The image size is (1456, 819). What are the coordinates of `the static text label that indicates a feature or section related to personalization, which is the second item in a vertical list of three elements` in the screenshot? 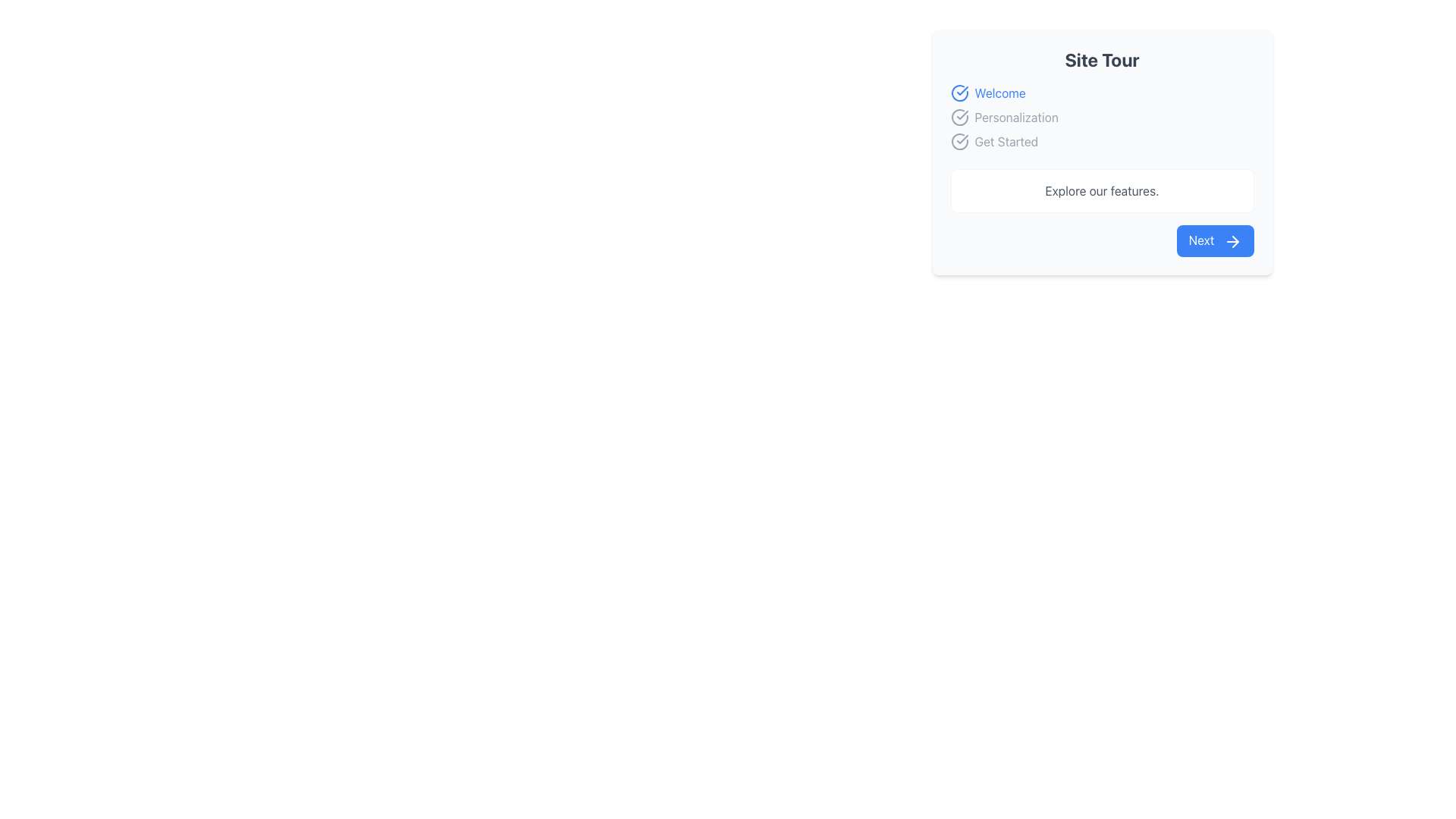 It's located at (1016, 116).